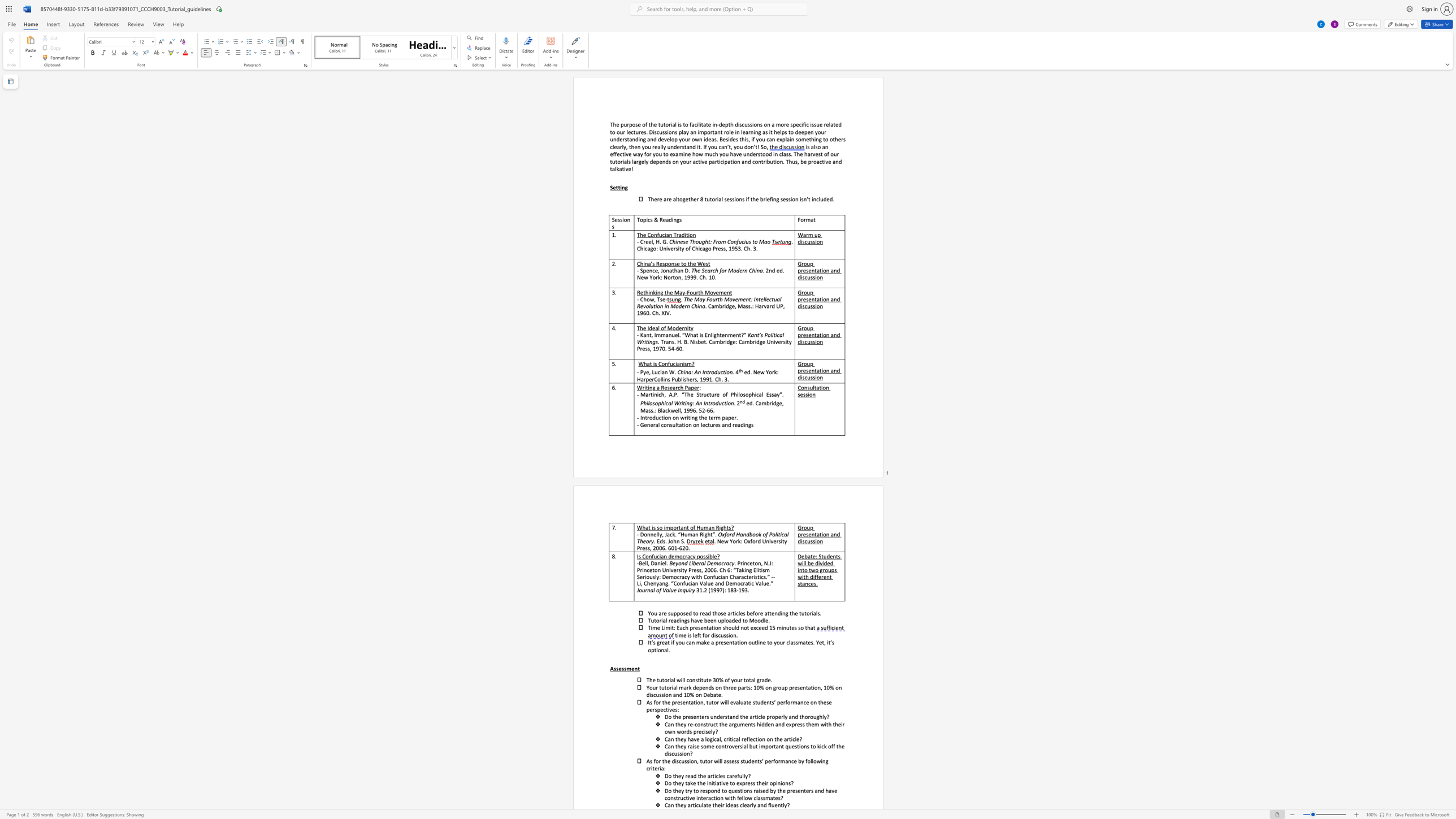  I want to click on the 1th character "r" in the text, so click(628, 124).